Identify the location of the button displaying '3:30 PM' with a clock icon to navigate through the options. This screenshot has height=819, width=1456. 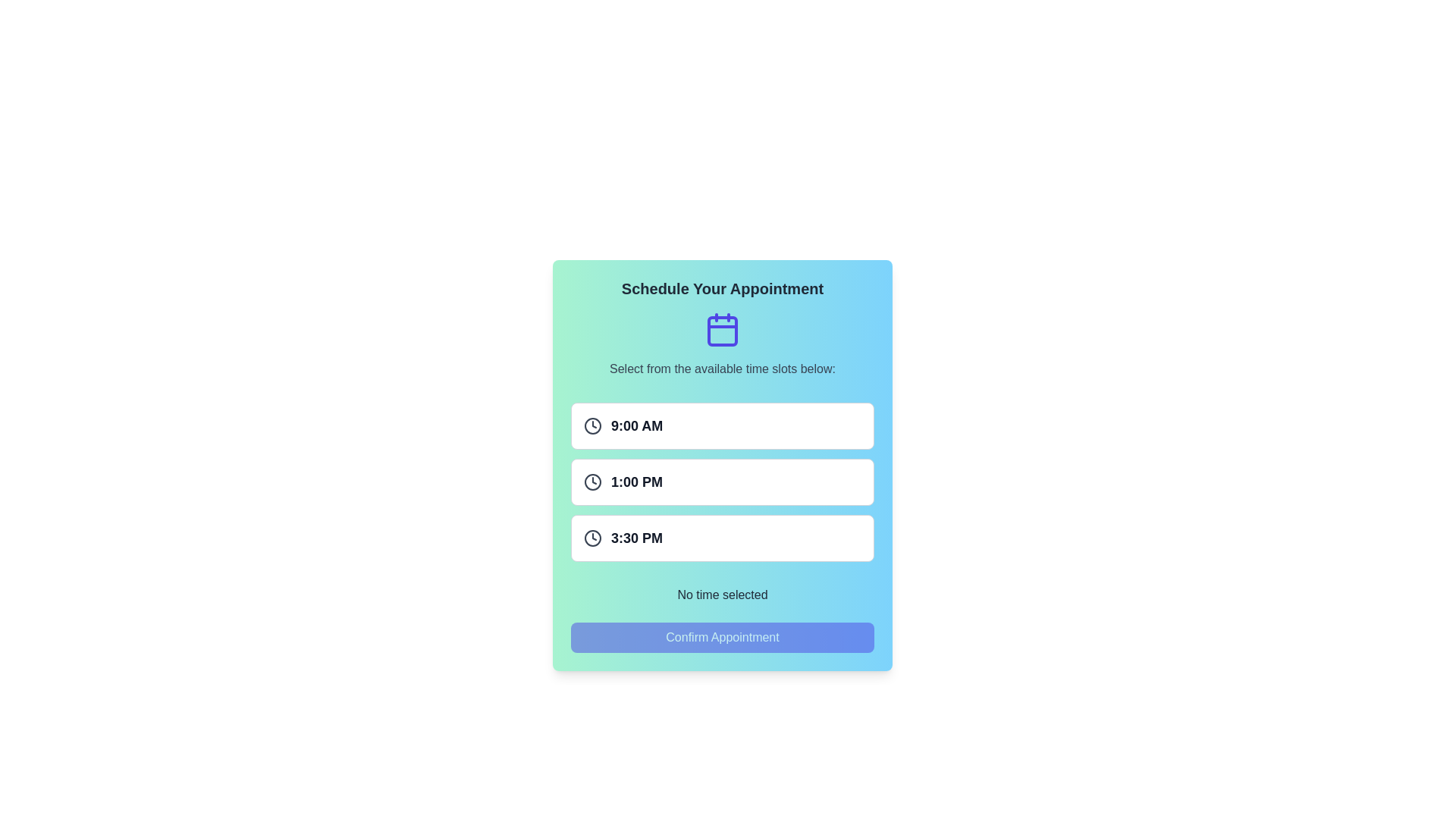
(722, 537).